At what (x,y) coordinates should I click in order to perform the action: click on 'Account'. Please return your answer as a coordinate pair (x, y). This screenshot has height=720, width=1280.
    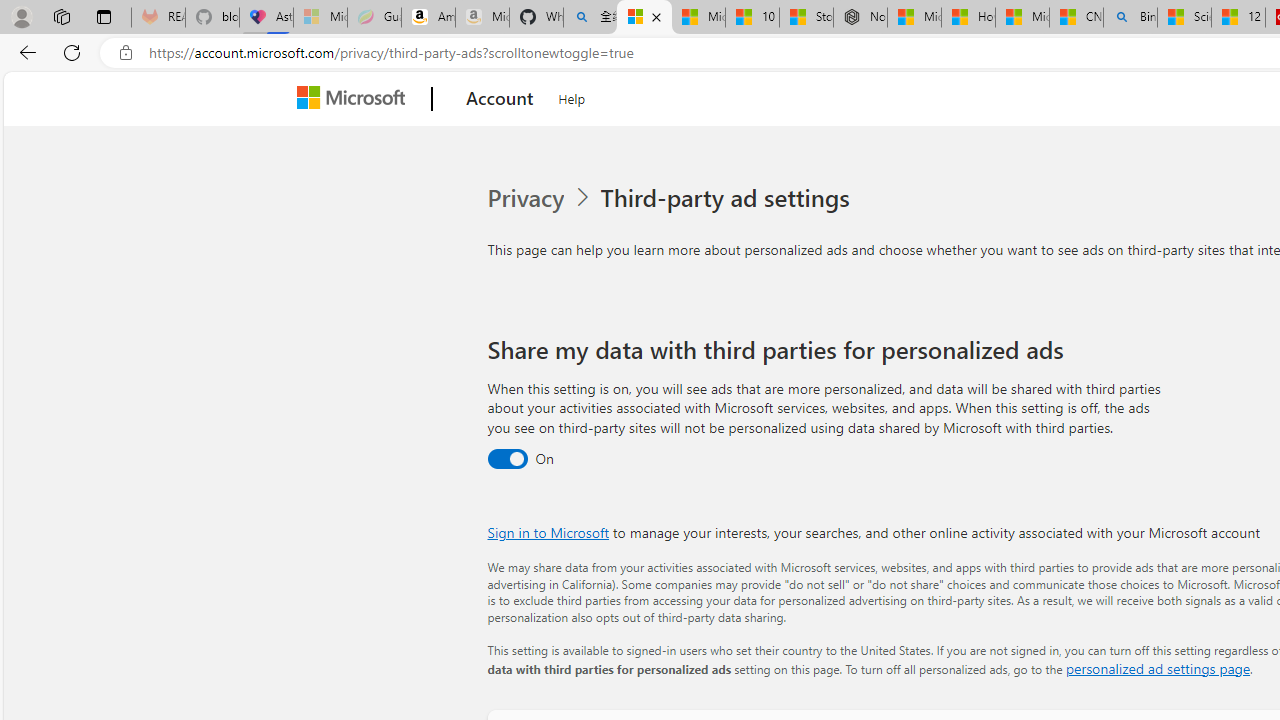
    Looking at the image, I should click on (499, 99).